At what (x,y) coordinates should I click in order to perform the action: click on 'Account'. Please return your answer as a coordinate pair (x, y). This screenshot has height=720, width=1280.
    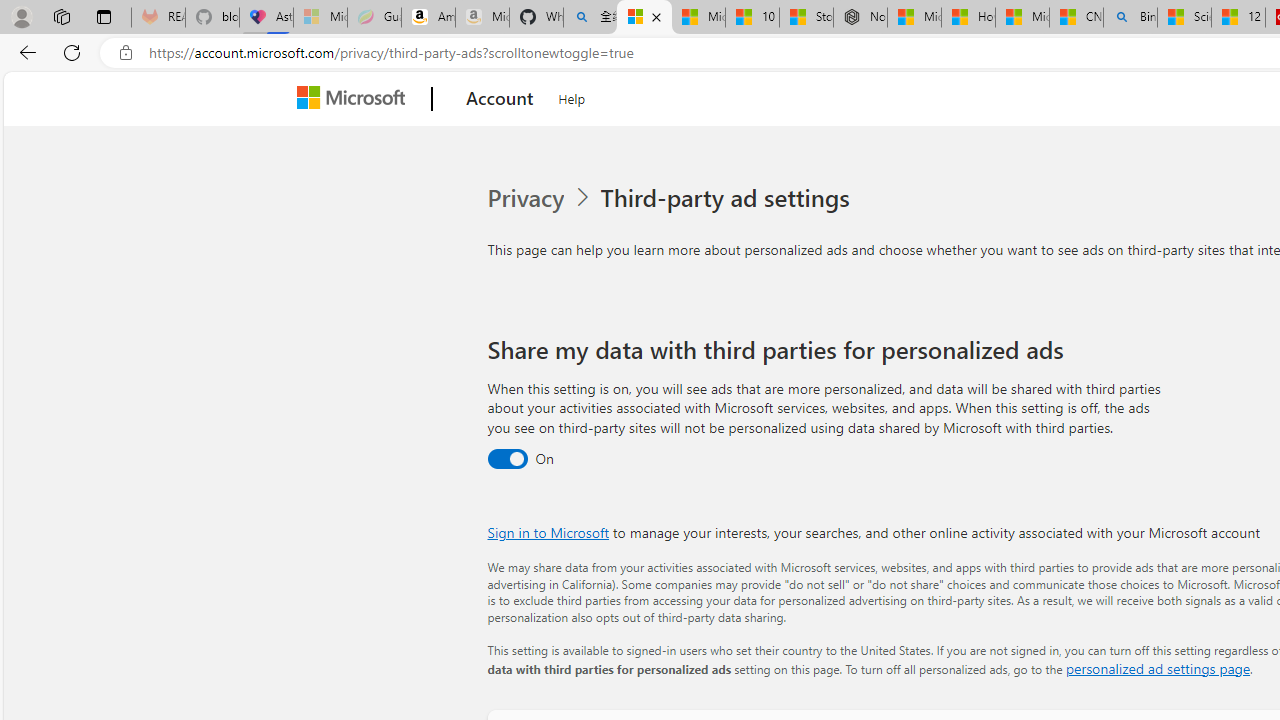
    Looking at the image, I should click on (499, 99).